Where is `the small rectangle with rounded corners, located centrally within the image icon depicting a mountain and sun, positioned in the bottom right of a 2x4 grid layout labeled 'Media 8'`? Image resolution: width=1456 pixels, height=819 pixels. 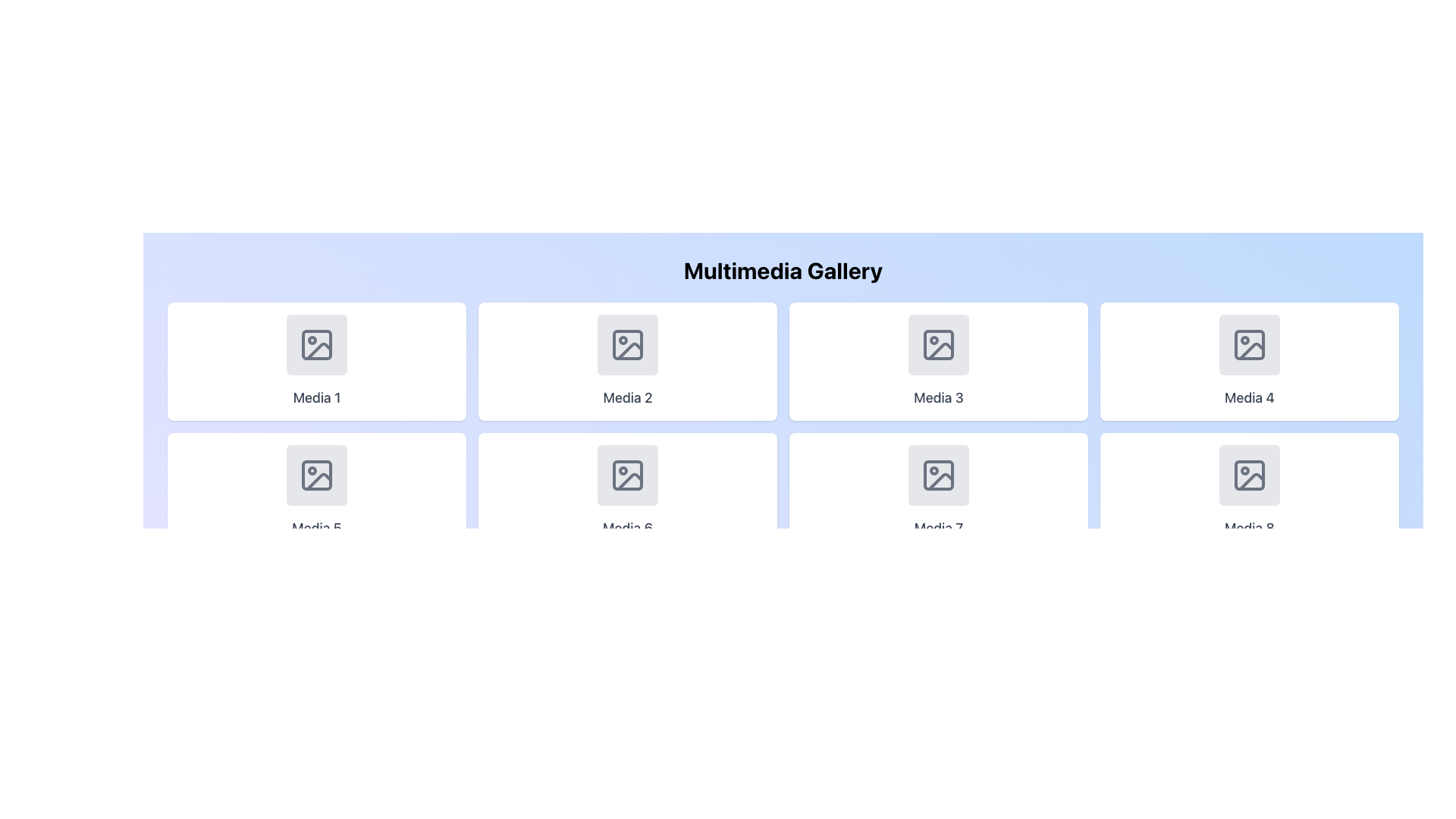
the small rectangle with rounded corners, located centrally within the image icon depicting a mountain and sun, positioned in the bottom right of a 2x4 grid layout labeled 'Media 8' is located at coordinates (1249, 475).